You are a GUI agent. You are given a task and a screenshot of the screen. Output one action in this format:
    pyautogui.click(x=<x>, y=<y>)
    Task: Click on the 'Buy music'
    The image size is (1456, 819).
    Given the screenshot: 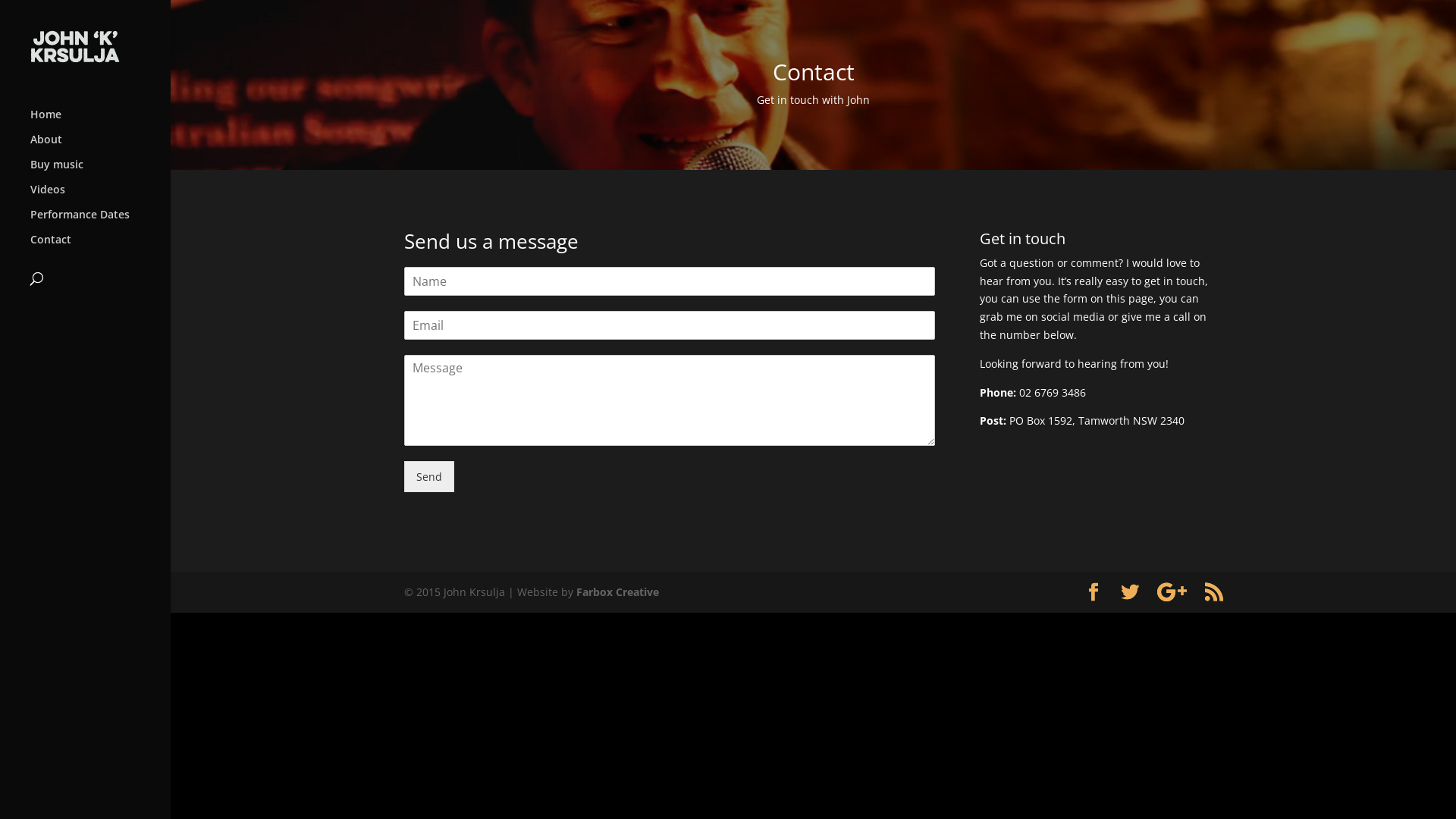 What is the action you would take?
    pyautogui.click(x=99, y=171)
    